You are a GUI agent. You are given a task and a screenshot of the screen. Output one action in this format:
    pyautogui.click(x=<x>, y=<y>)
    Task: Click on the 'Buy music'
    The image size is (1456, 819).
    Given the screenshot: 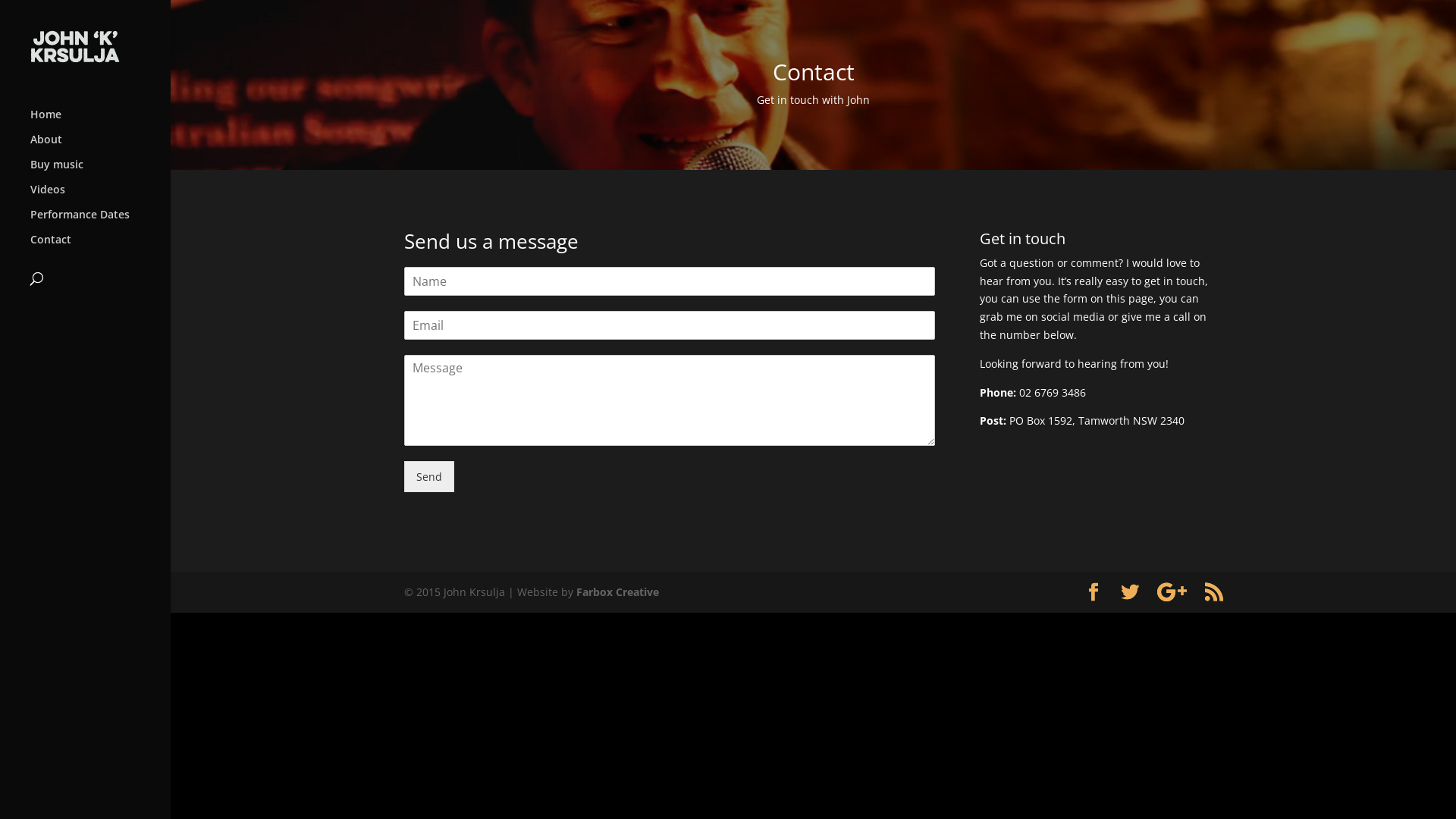 What is the action you would take?
    pyautogui.click(x=99, y=171)
    